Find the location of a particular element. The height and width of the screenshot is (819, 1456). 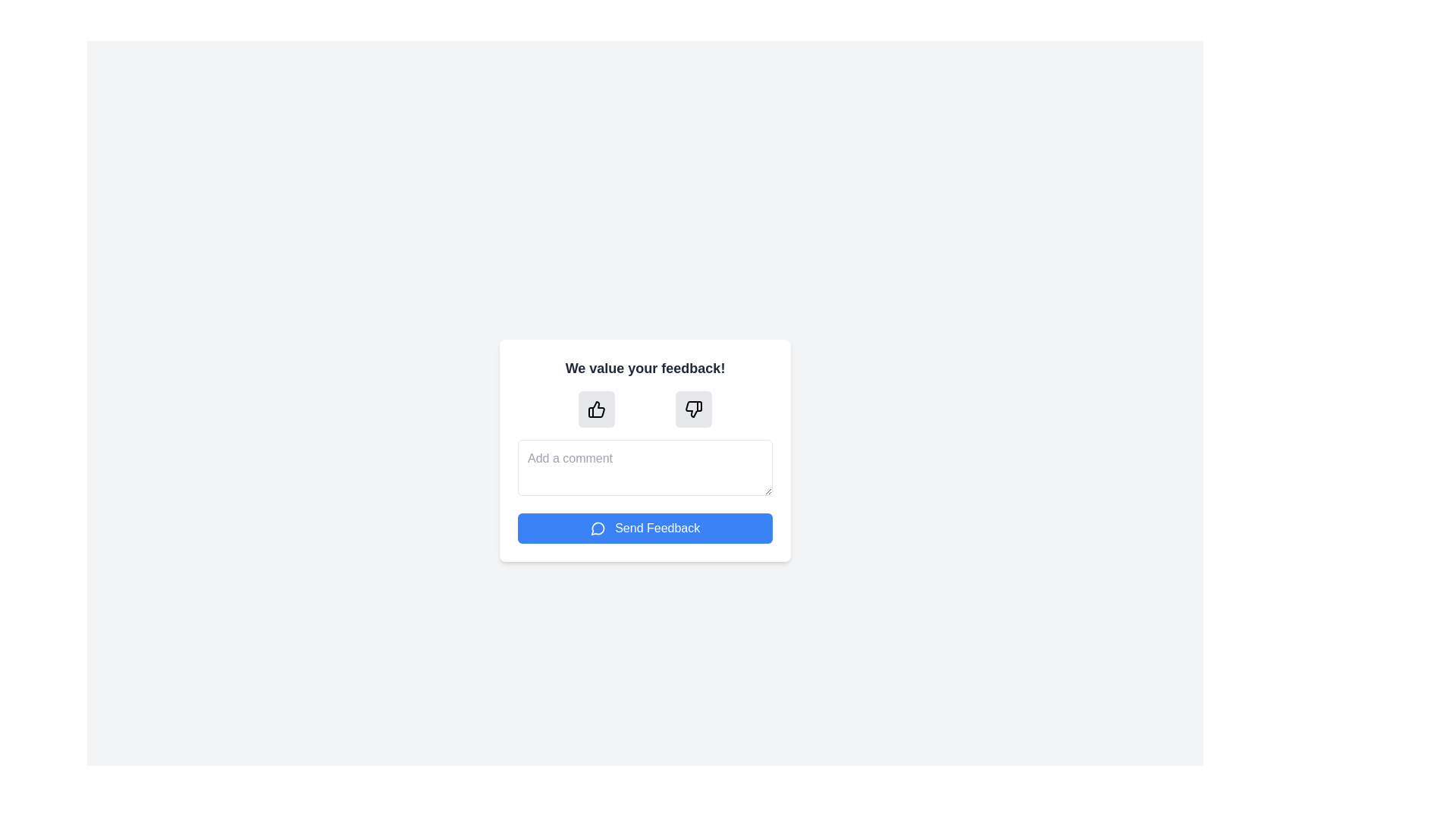

the 'Send Feedback' button with a blue background and white text, located at the bottom center of the feedback card is located at coordinates (645, 527).